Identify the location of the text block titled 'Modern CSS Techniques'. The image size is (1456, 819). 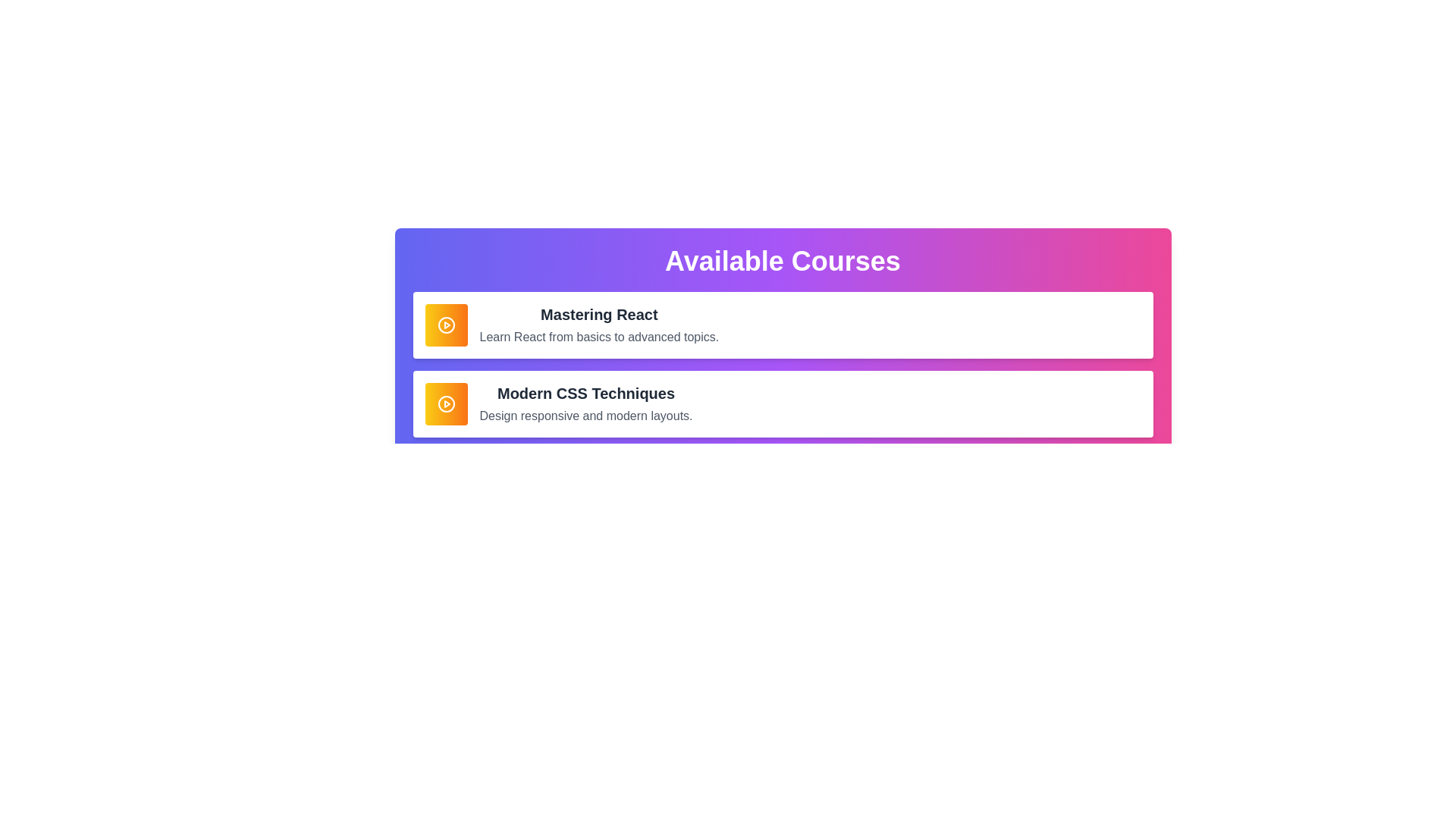
(585, 403).